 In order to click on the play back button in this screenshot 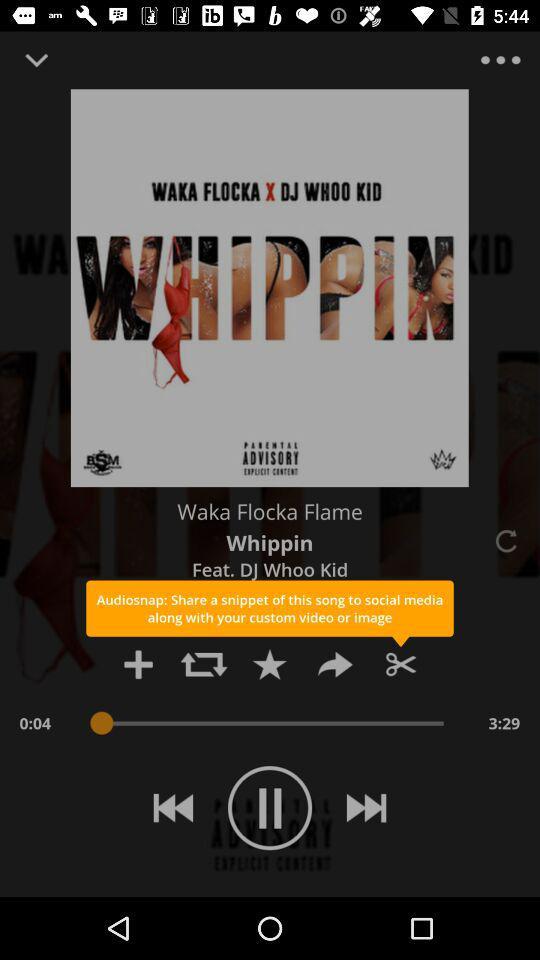, I will do `click(173, 808)`.